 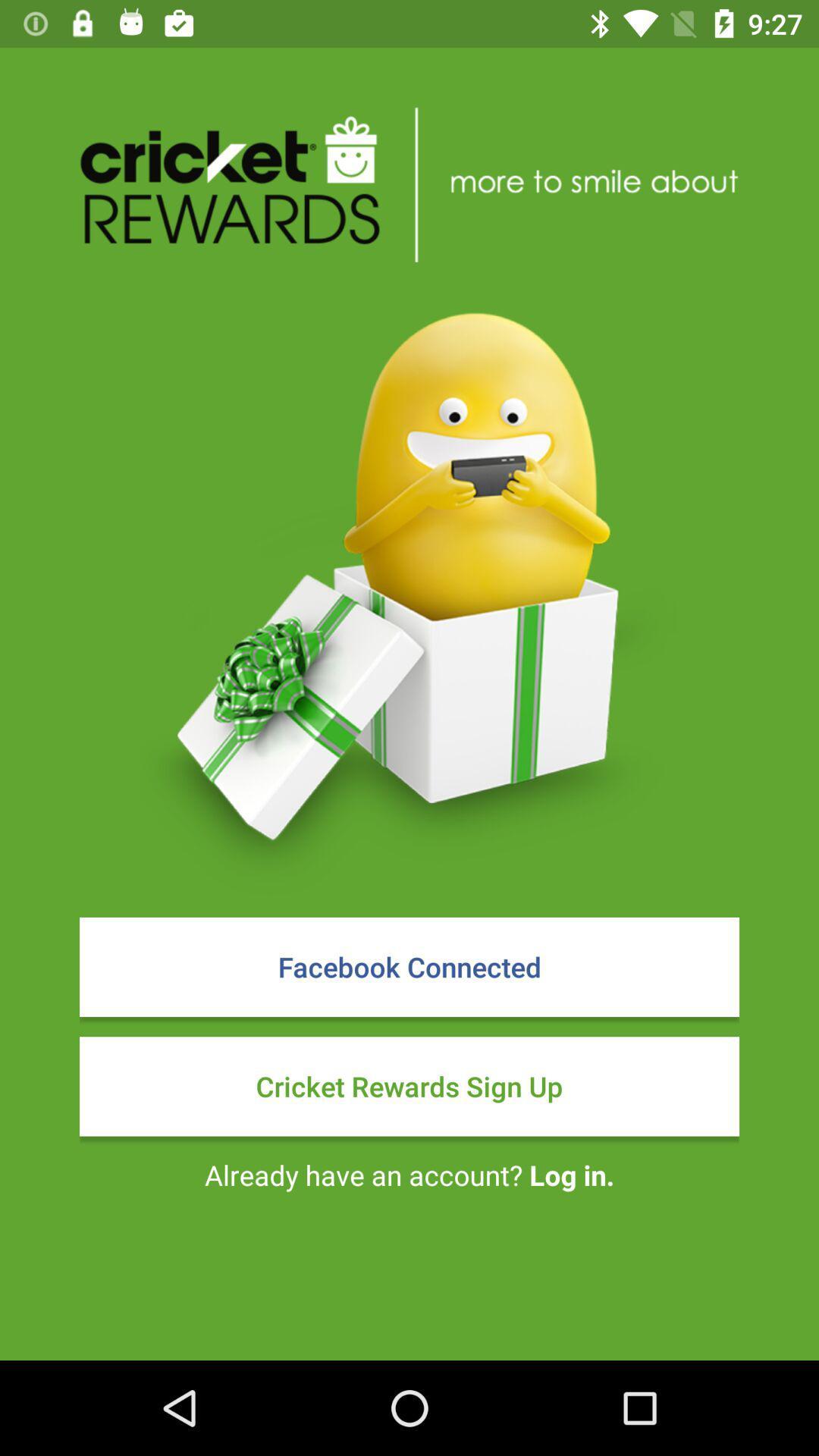 What do you see at coordinates (409, 1085) in the screenshot?
I see `the cricket rewards sign` at bounding box center [409, 1085].